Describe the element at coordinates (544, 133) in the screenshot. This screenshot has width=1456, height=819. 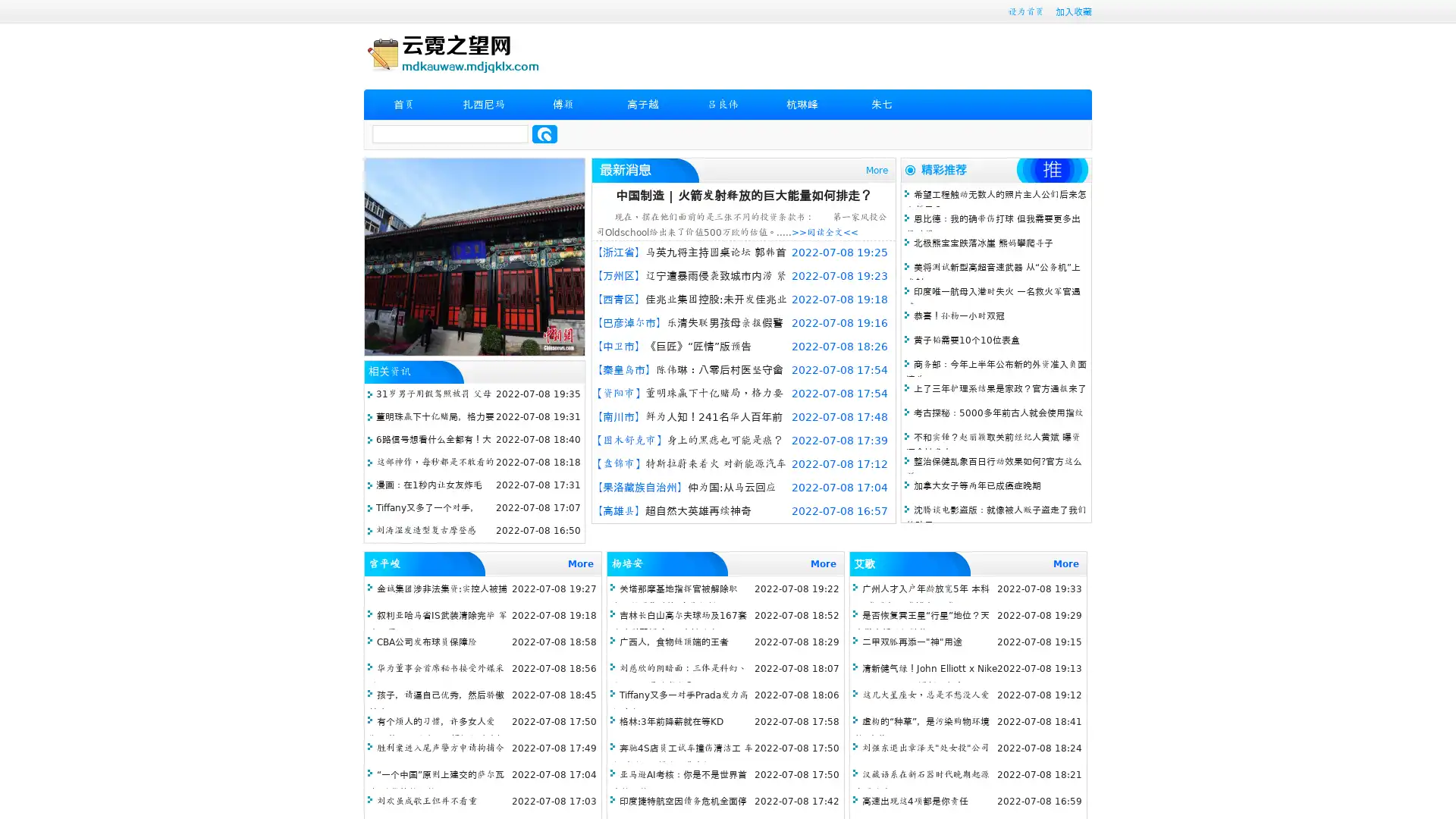
I see `Search` at that location.